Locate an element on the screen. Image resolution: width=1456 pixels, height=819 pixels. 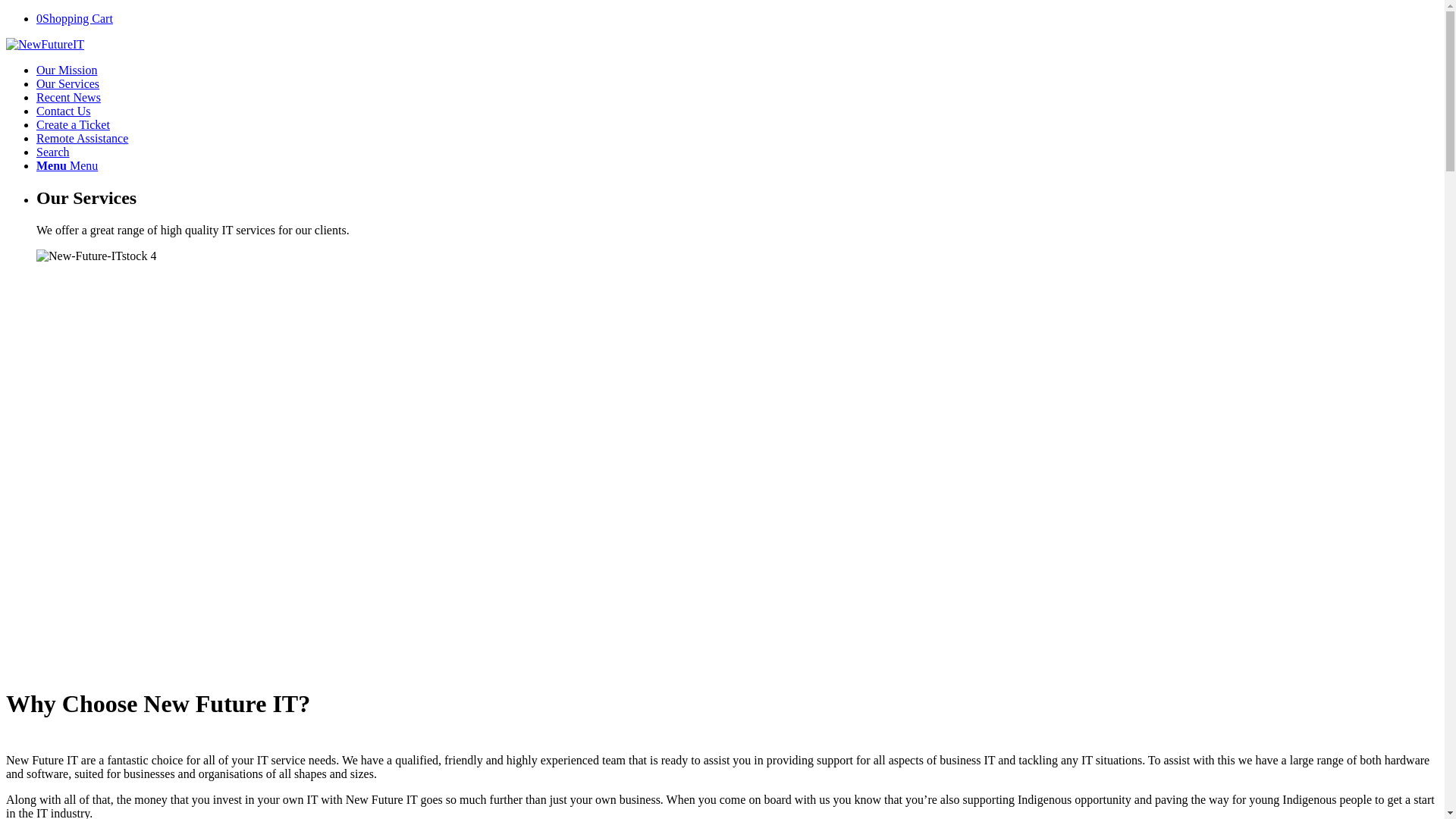
'0Shopping Cart' is located at coordinates (36, 18).